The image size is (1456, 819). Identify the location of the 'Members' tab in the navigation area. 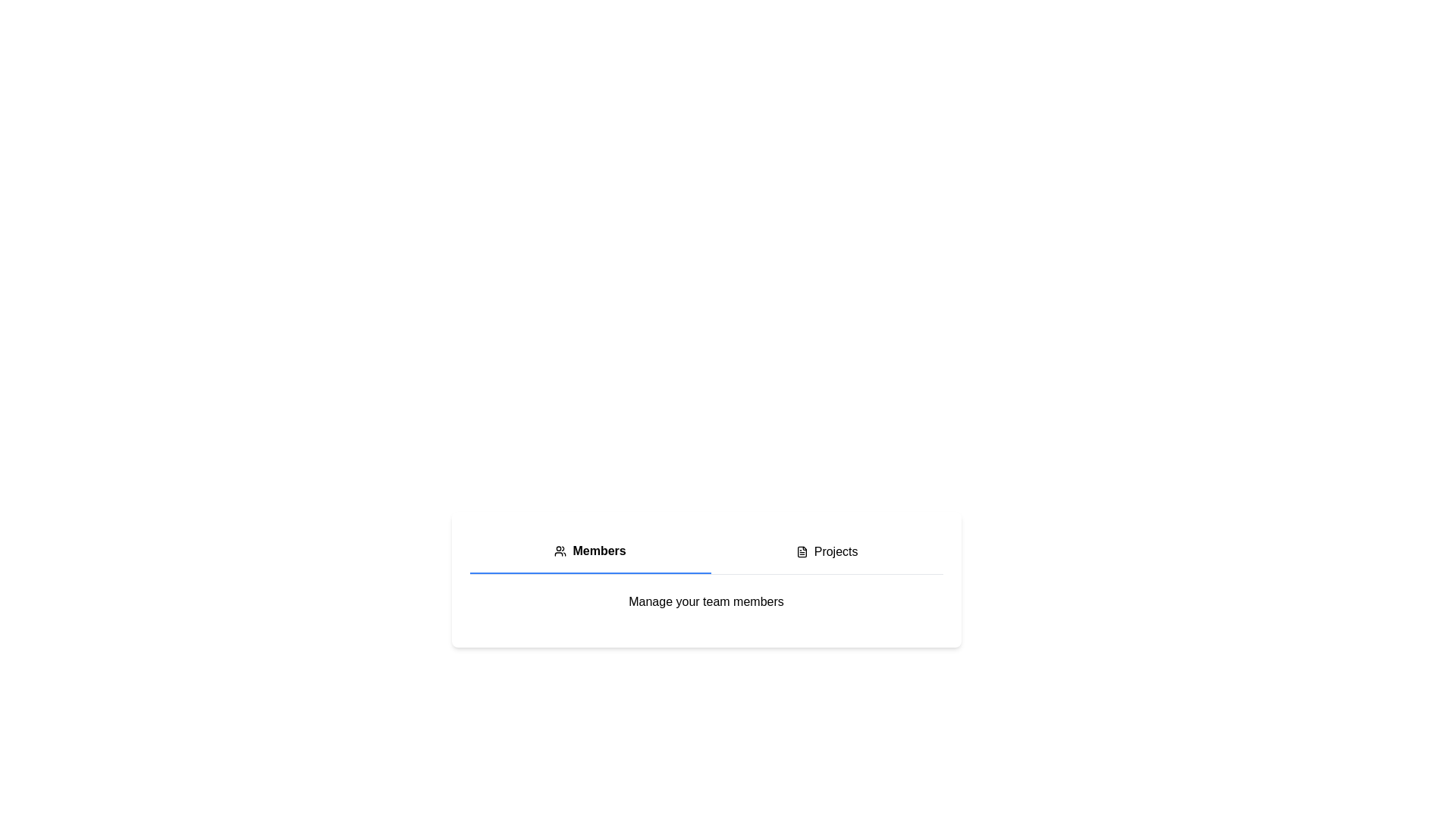
(705, 552).